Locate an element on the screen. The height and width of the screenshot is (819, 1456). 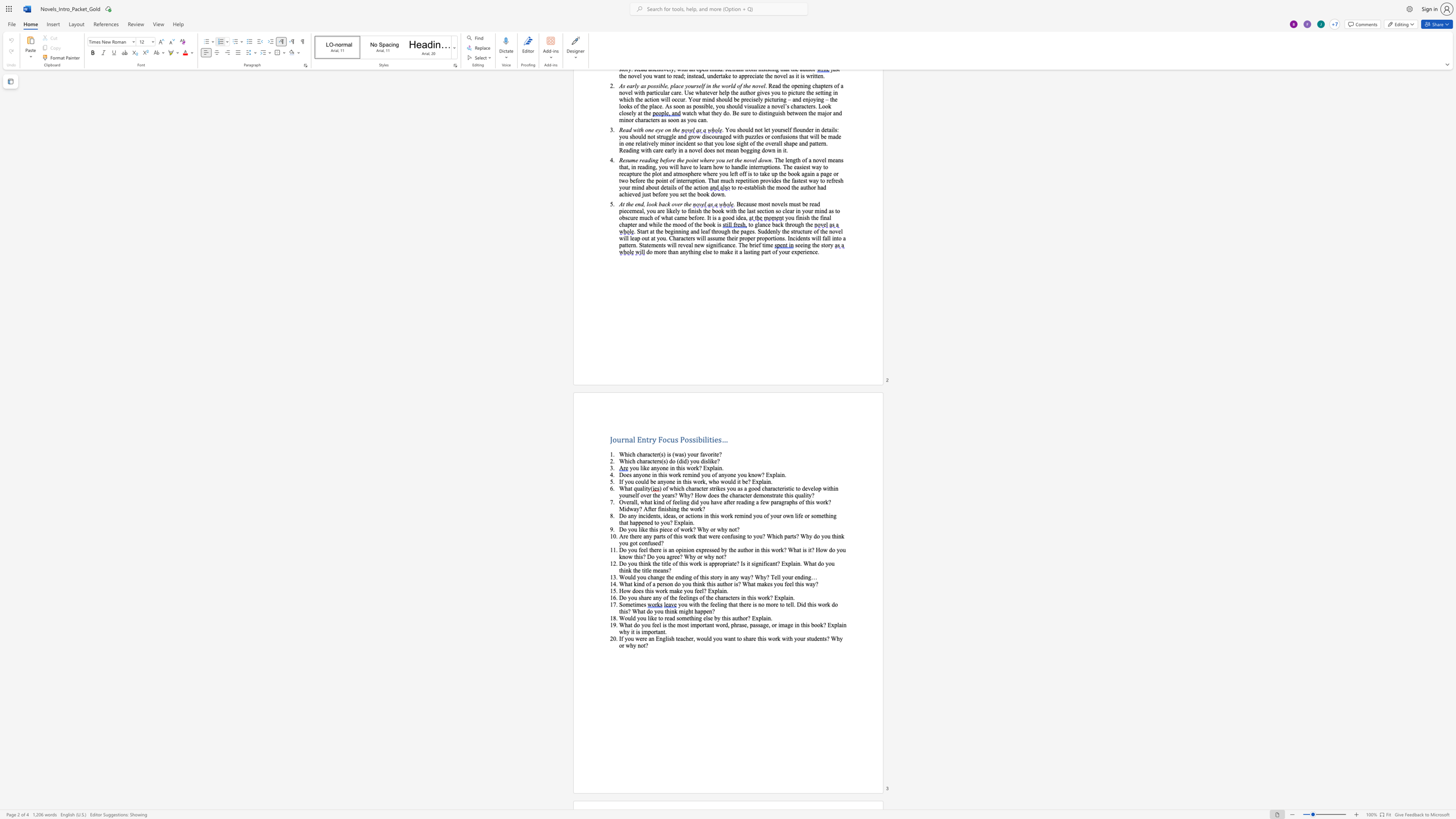
the space between the continuous character "l" and "e" in the text is located at coordinates (669, 563).